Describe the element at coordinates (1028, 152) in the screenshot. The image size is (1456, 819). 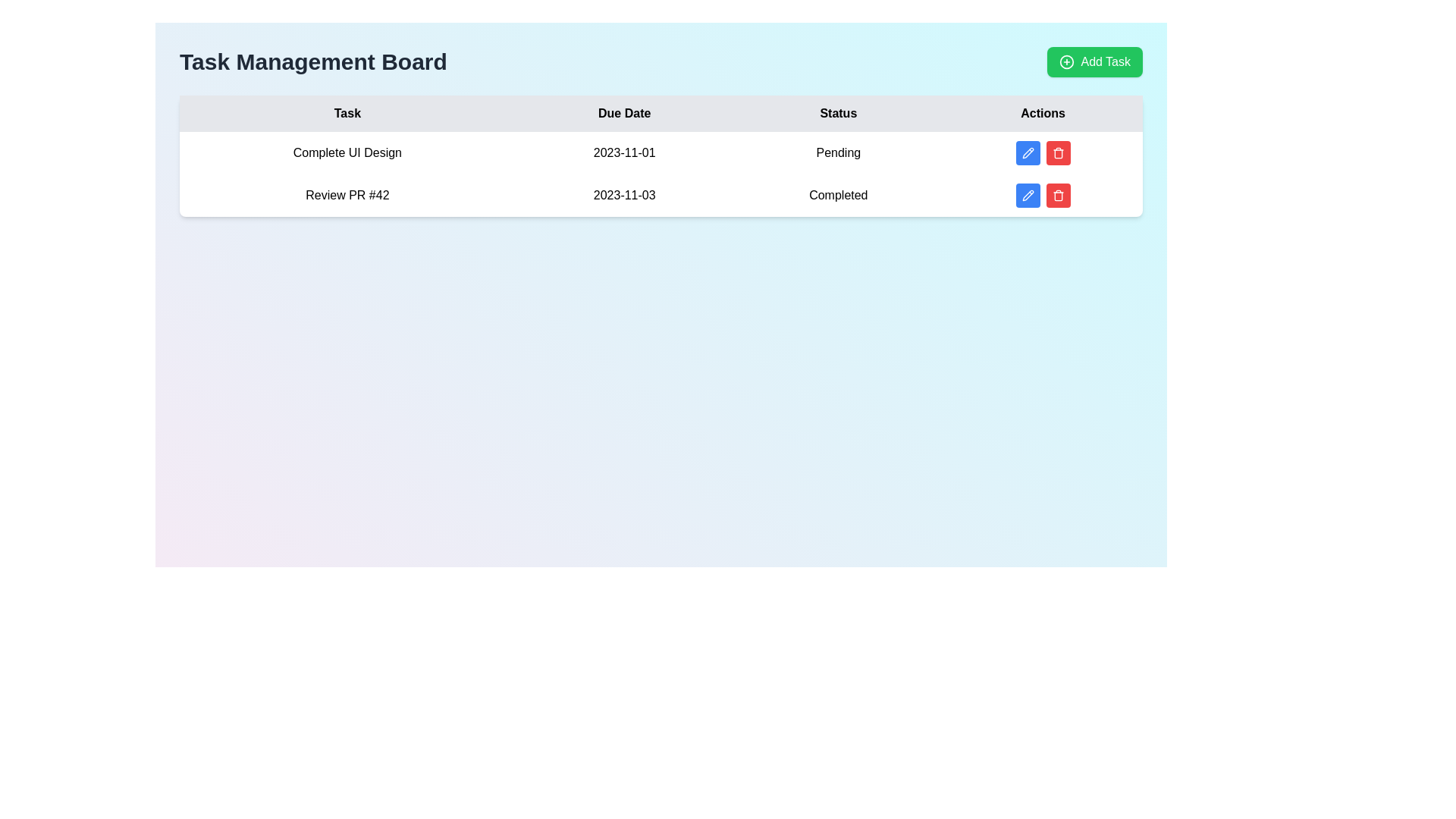
I see `the edit action icon located in the second row of the task list, which is the second icon from the left in the 'Actions' column` at that location.